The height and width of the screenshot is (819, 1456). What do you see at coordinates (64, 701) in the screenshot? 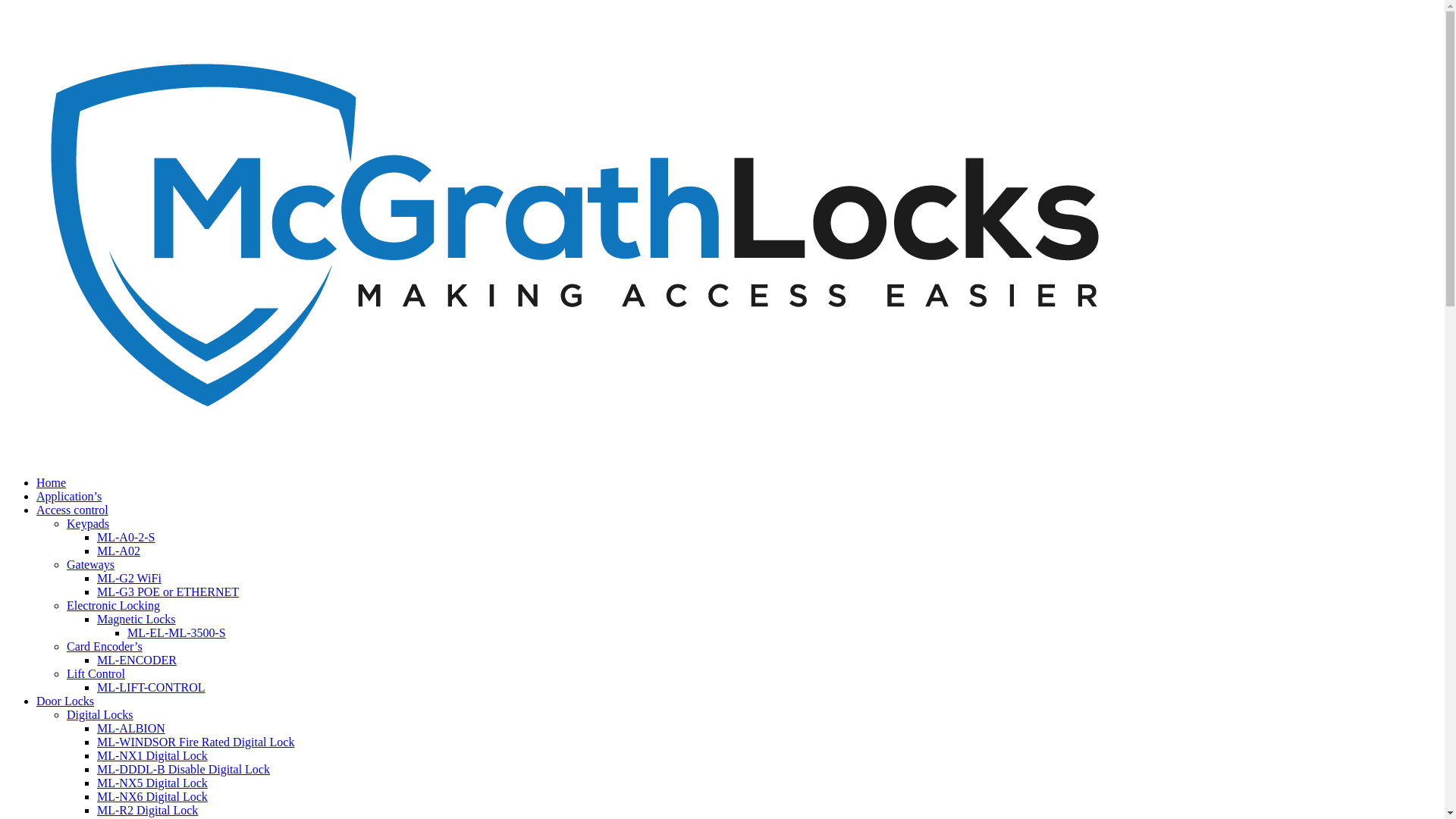
I see `'Door Locks'` at bounding box center [64, 701].